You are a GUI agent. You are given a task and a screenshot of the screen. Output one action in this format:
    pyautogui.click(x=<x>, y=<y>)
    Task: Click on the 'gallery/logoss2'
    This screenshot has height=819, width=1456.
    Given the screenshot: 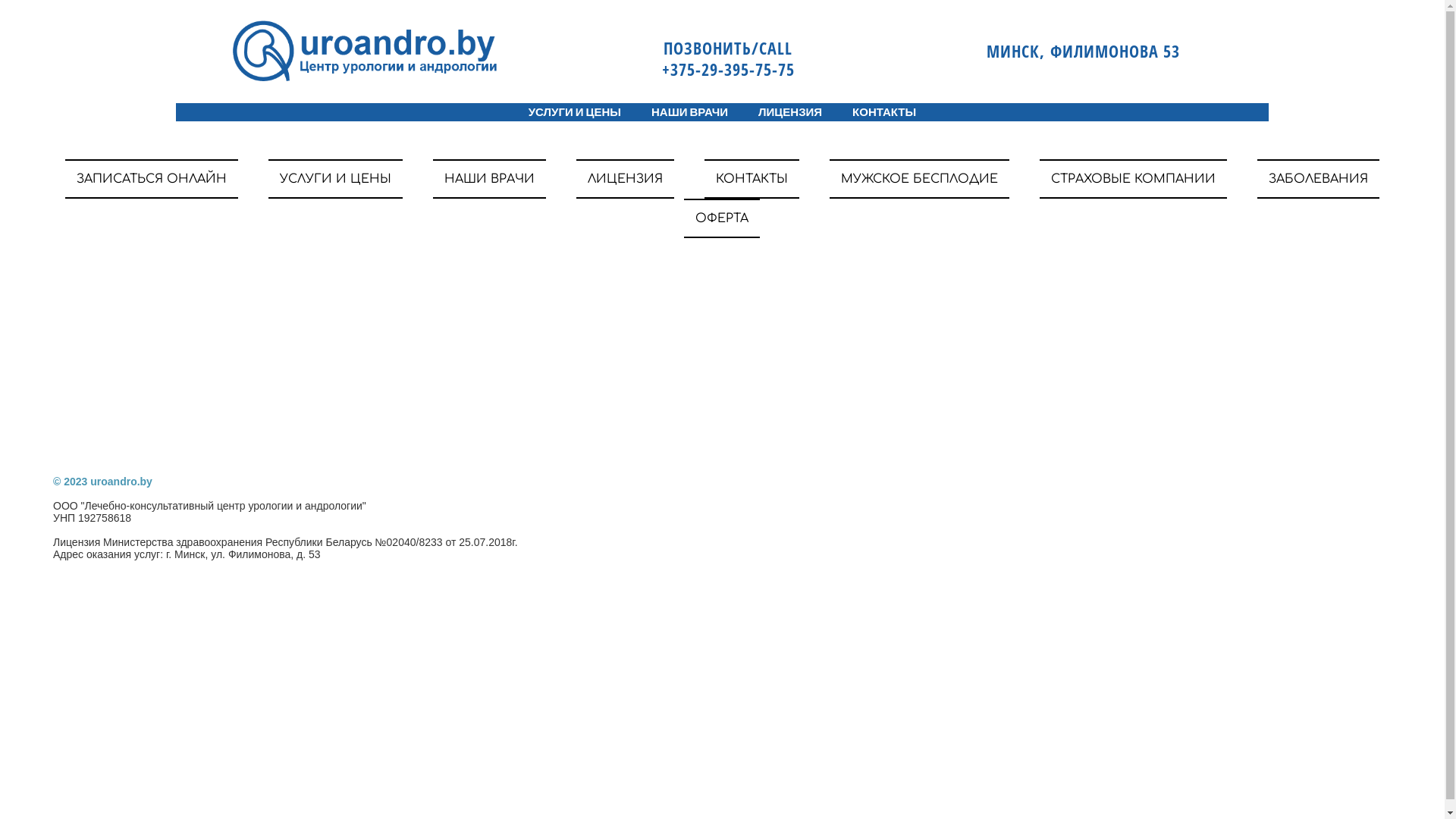 What is the action you would take?
    pyautogui.click(x=365, y=49)
    